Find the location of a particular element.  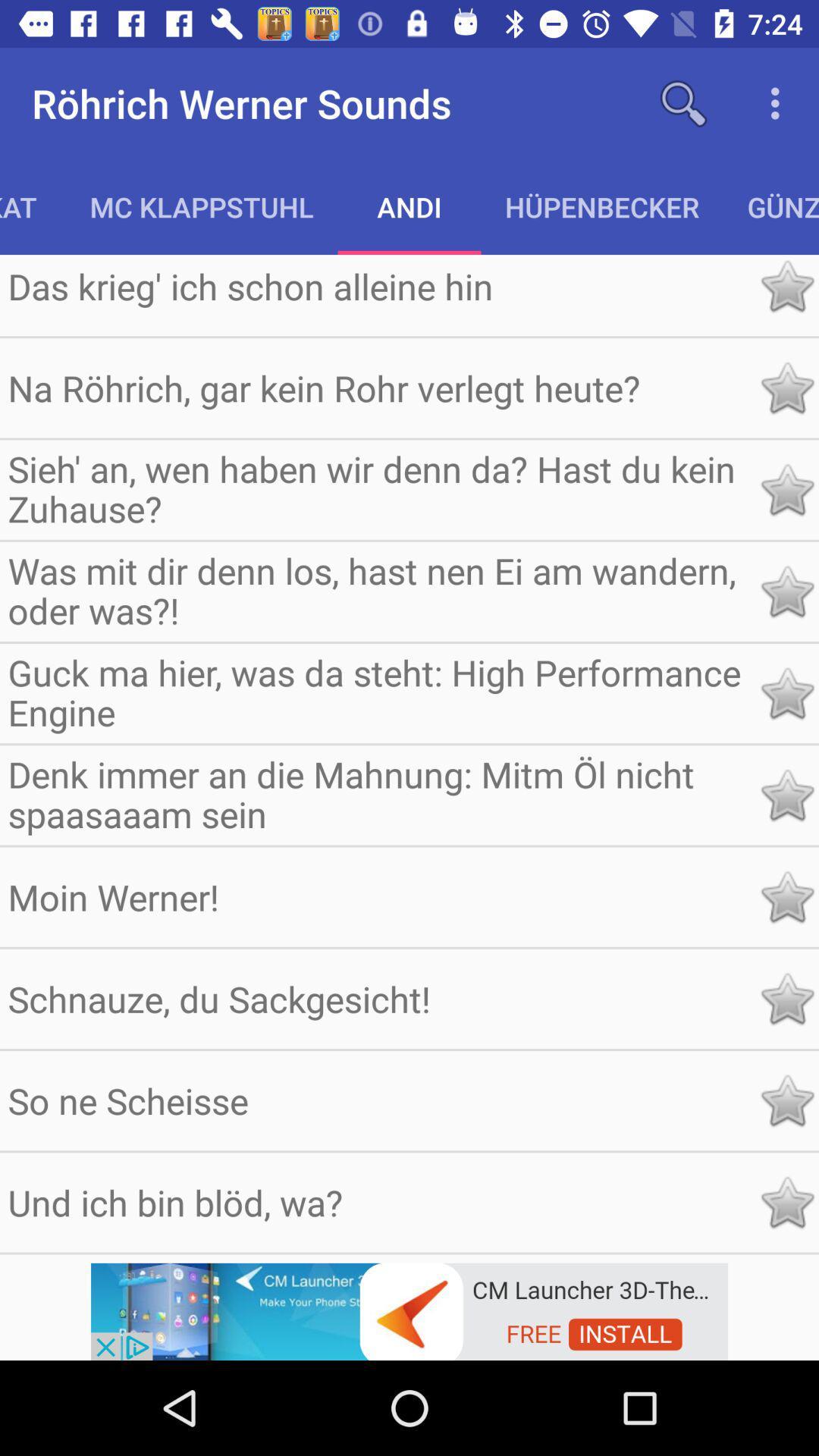

favorite button is located at coordinates (786, 999).